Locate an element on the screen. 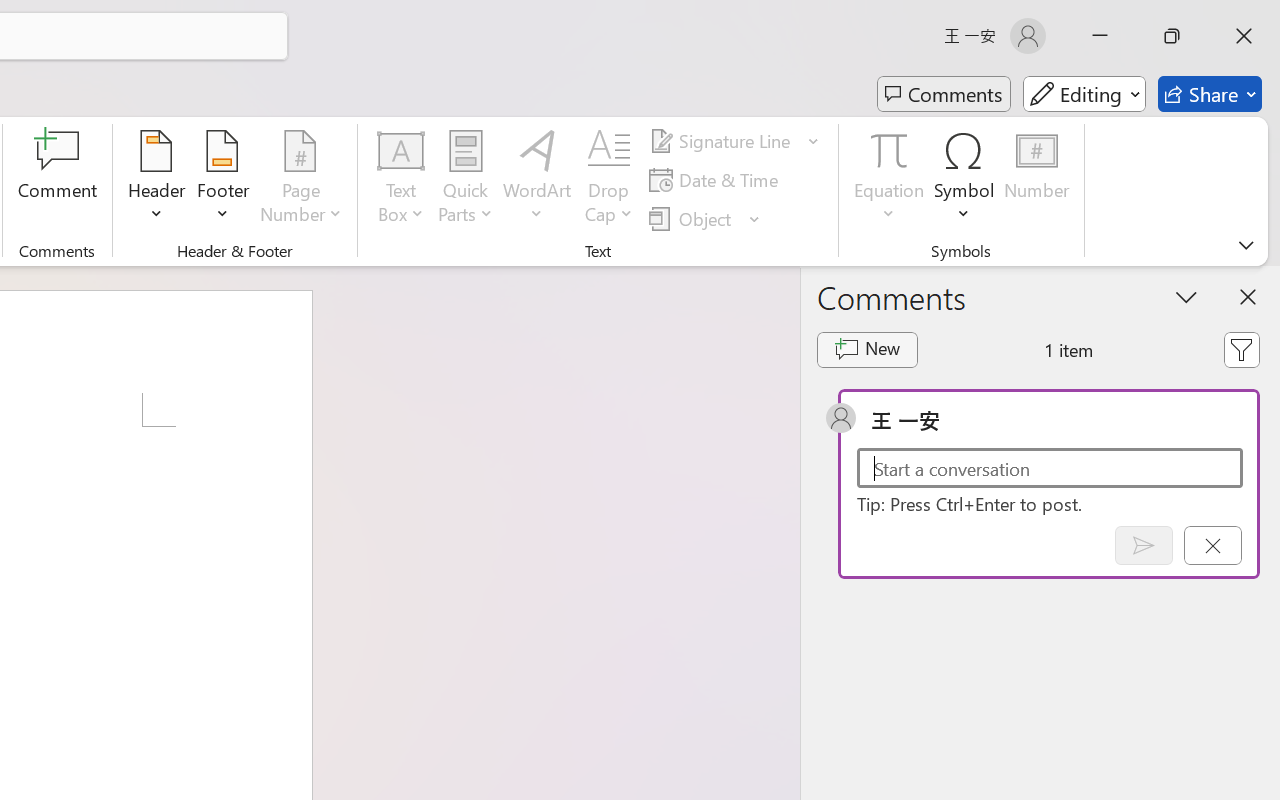  'New comment' is located at coordinates (867, 350).